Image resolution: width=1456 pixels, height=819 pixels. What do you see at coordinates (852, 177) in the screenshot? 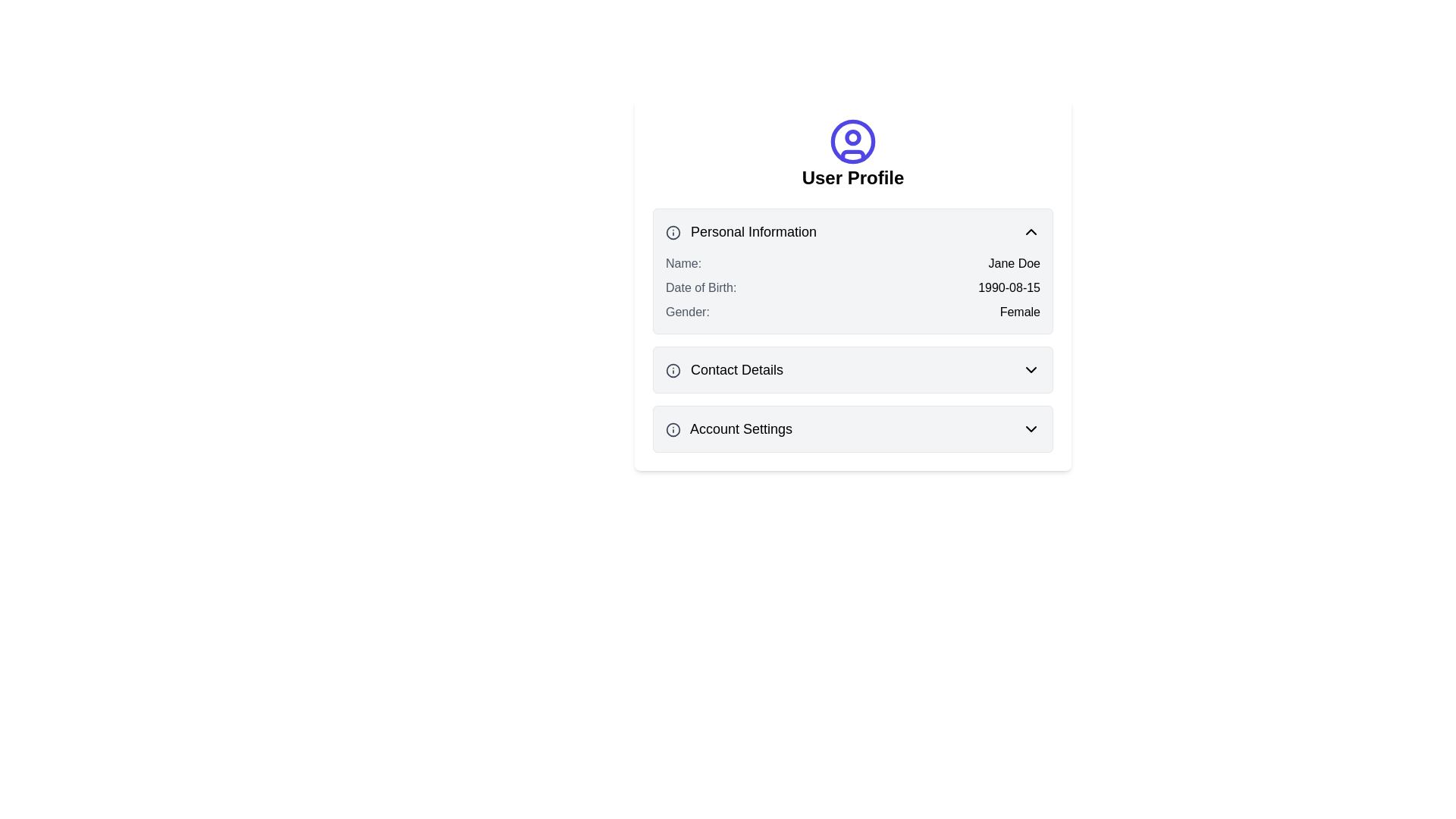
I see `the static text header that labels the user profile section of the interface, located below the circular user icon graphic and above collapsible sections` at bounding box center [852, 177].